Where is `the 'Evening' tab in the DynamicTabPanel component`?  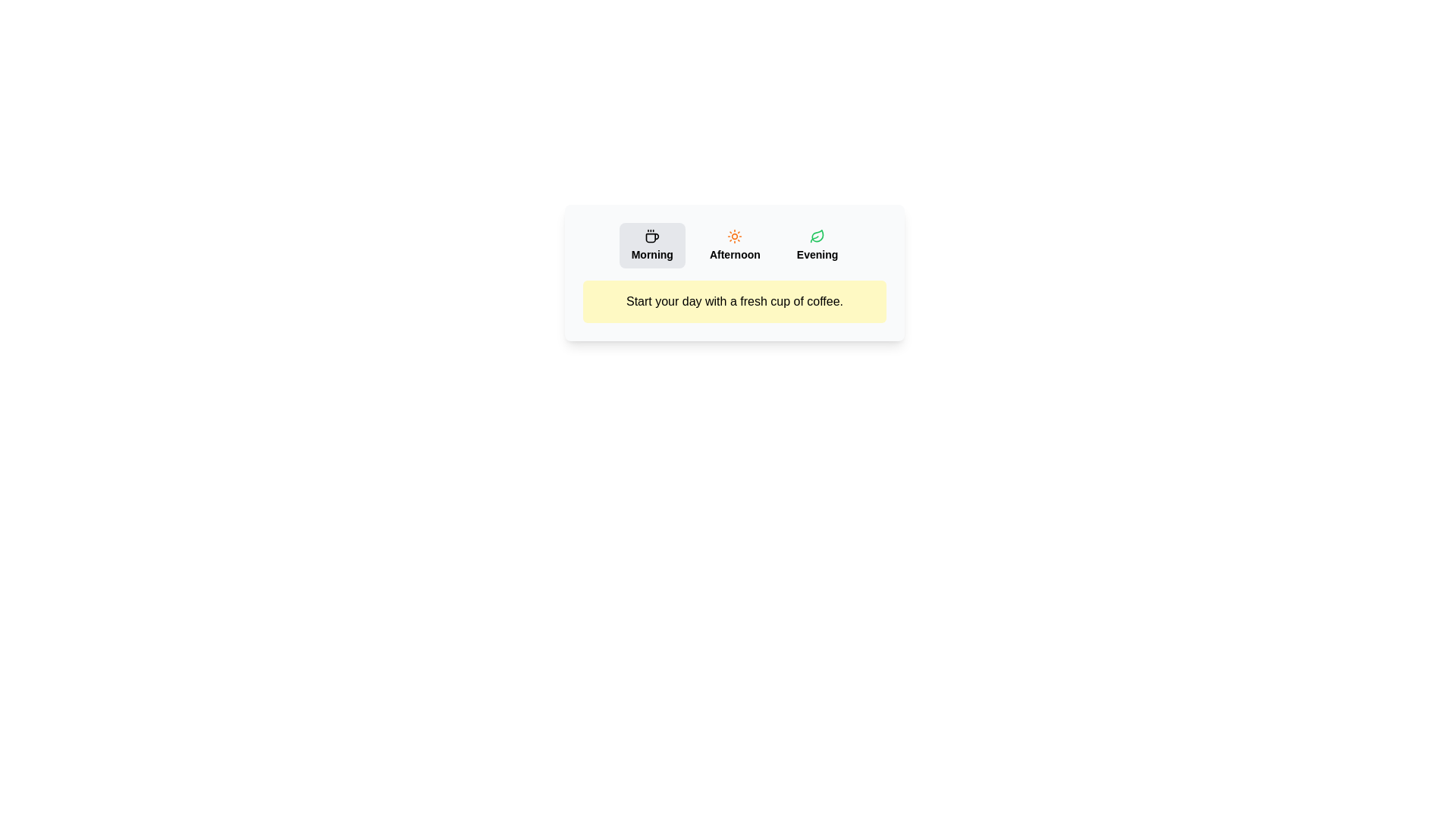
the 'Evening' tab in the DynamicTabPanel component is located at coordinates (817, 245).